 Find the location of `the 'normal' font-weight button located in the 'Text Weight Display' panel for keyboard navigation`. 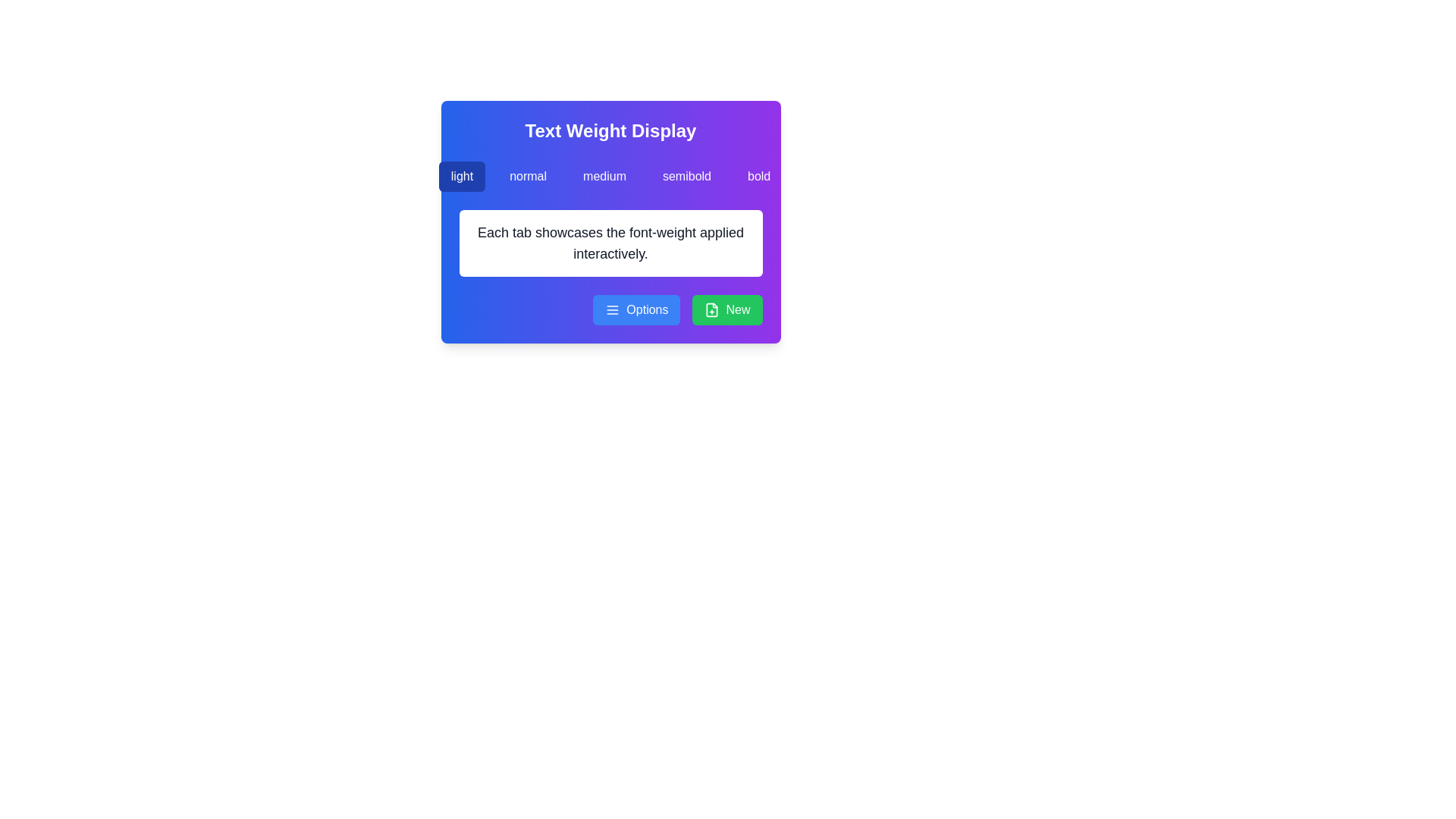

the 'normal' font-weight button located in the 'Text Weight Display' panel for keyboard navigation is located at coordinates (528, 175).